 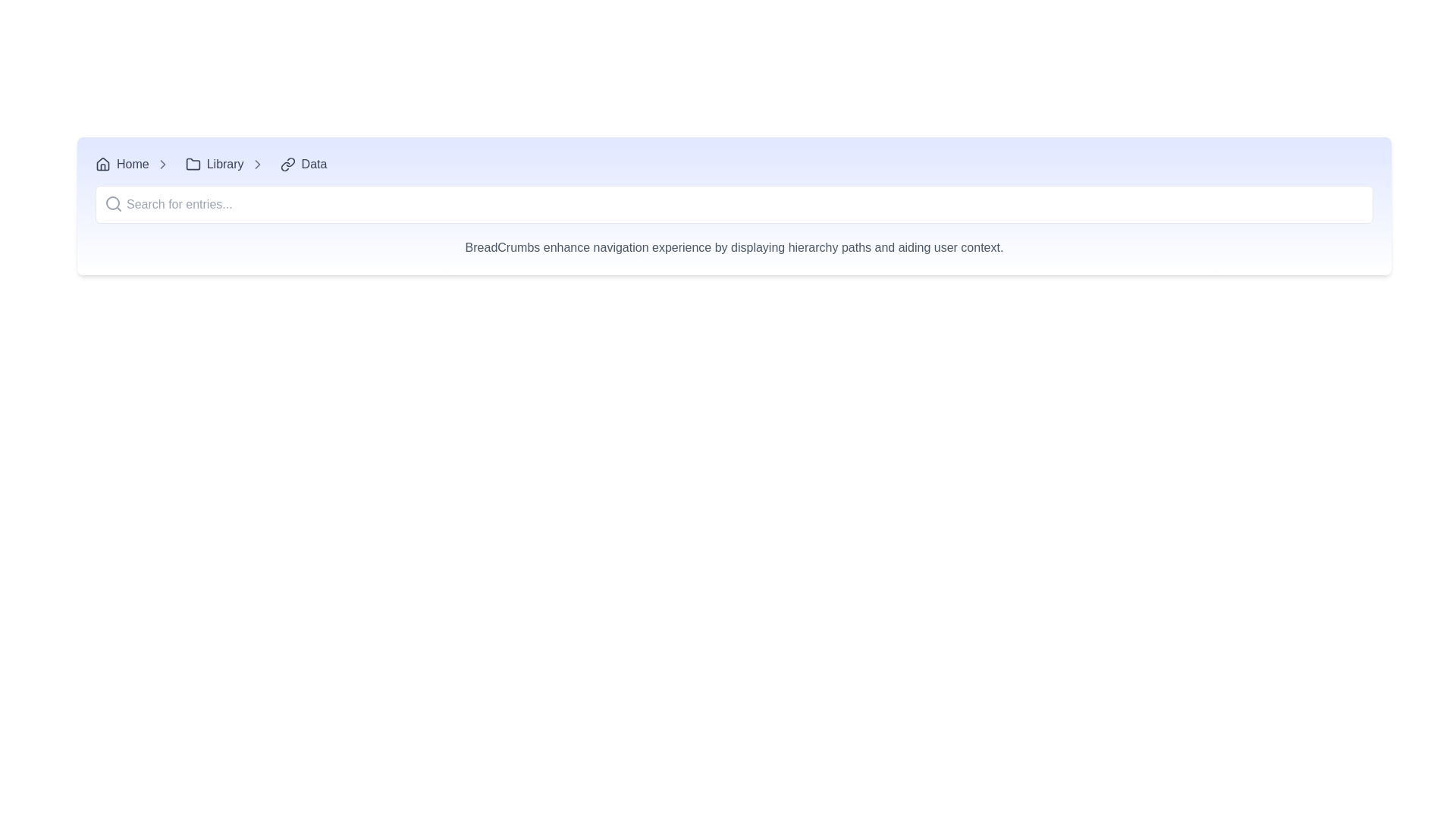 What do you see at coordinates (133, 164) in the screenshot?
I see `the 'Home' breadcrumb navigation label located in the breadcrumb navigation bar at the top of the interface` at bounding box center [133, 164].